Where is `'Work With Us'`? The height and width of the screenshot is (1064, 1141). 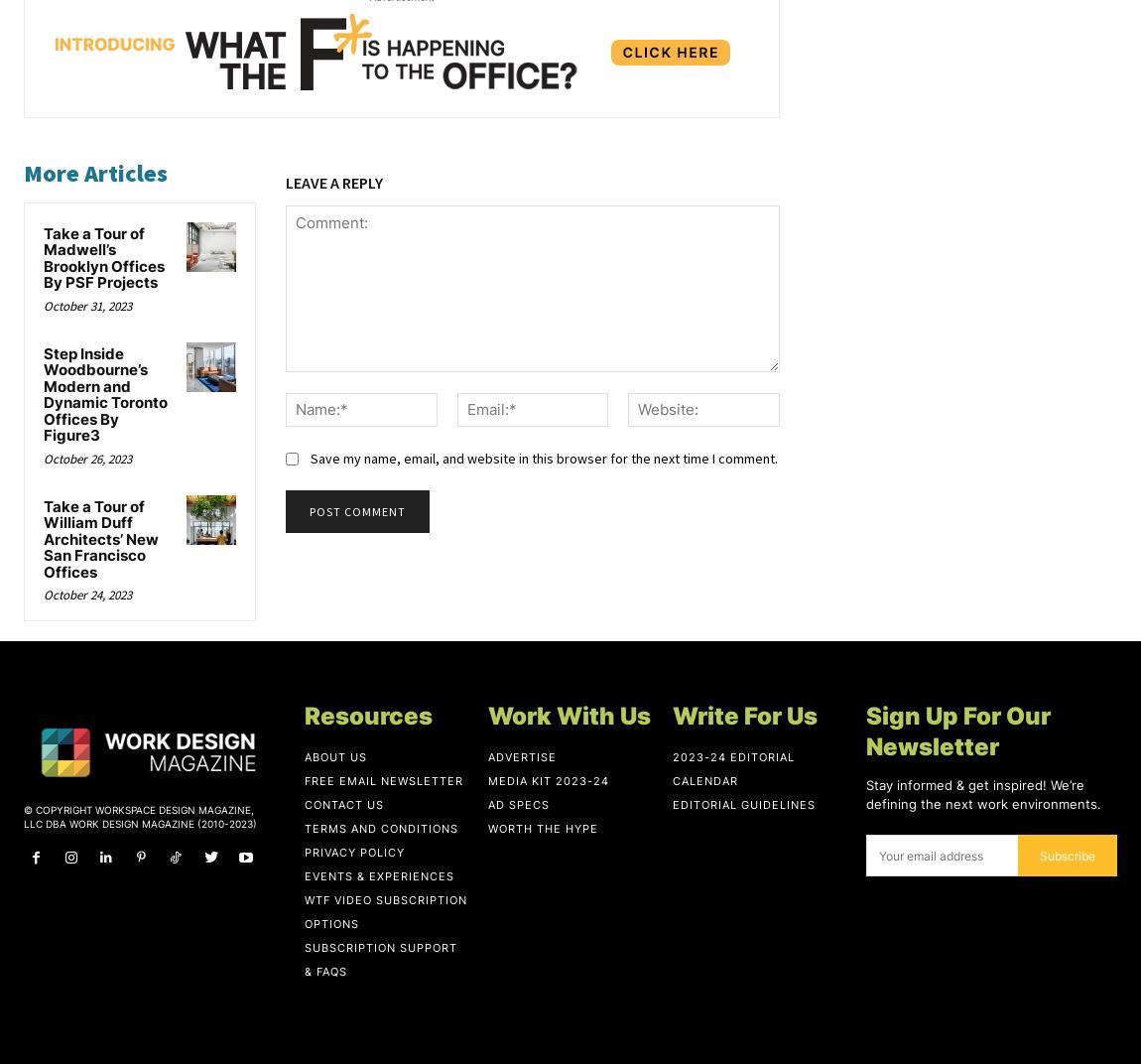 'Work With Us' is located at coordinates (569, 715).